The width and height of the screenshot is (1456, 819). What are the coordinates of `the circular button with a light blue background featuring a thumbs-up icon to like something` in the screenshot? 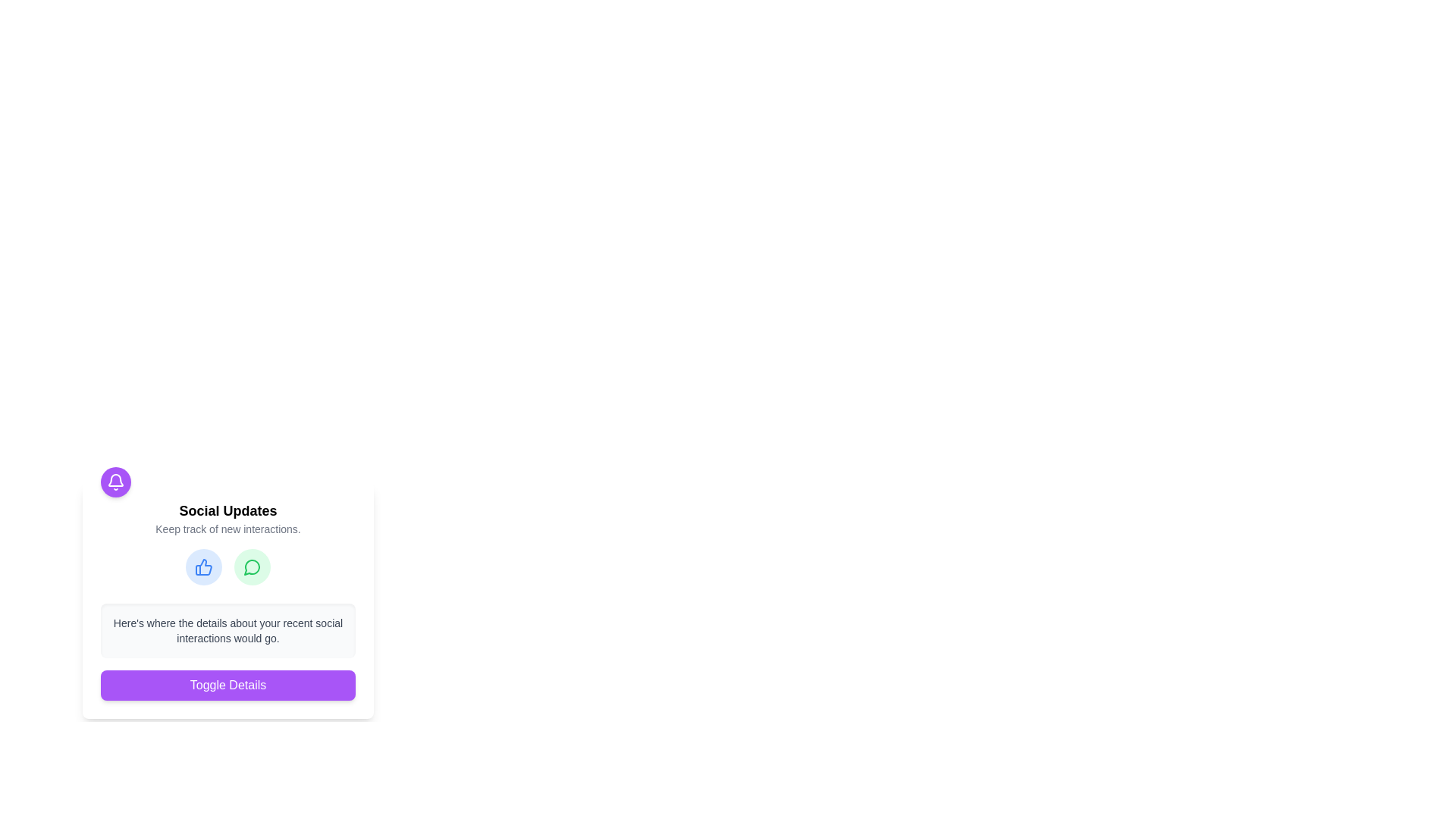 It's located at (202, 567).